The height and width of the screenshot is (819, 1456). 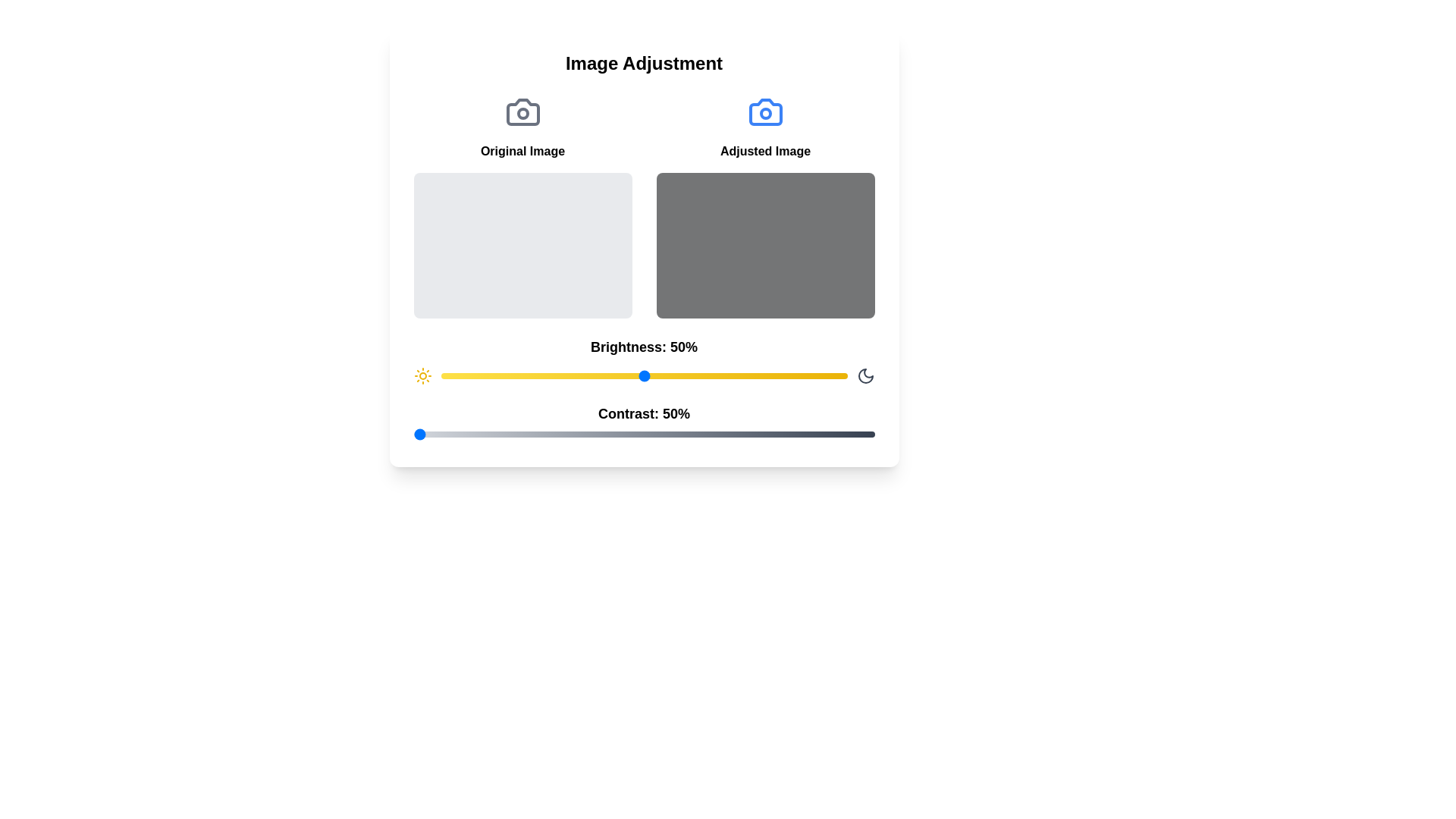 What do you see at coordinates (644, 63) in the screenshot?
I see `bold header text labeled 'Image Adjustment' which is prominently displayed at the top of the interface within a white background` at bounding box center [644, 63].